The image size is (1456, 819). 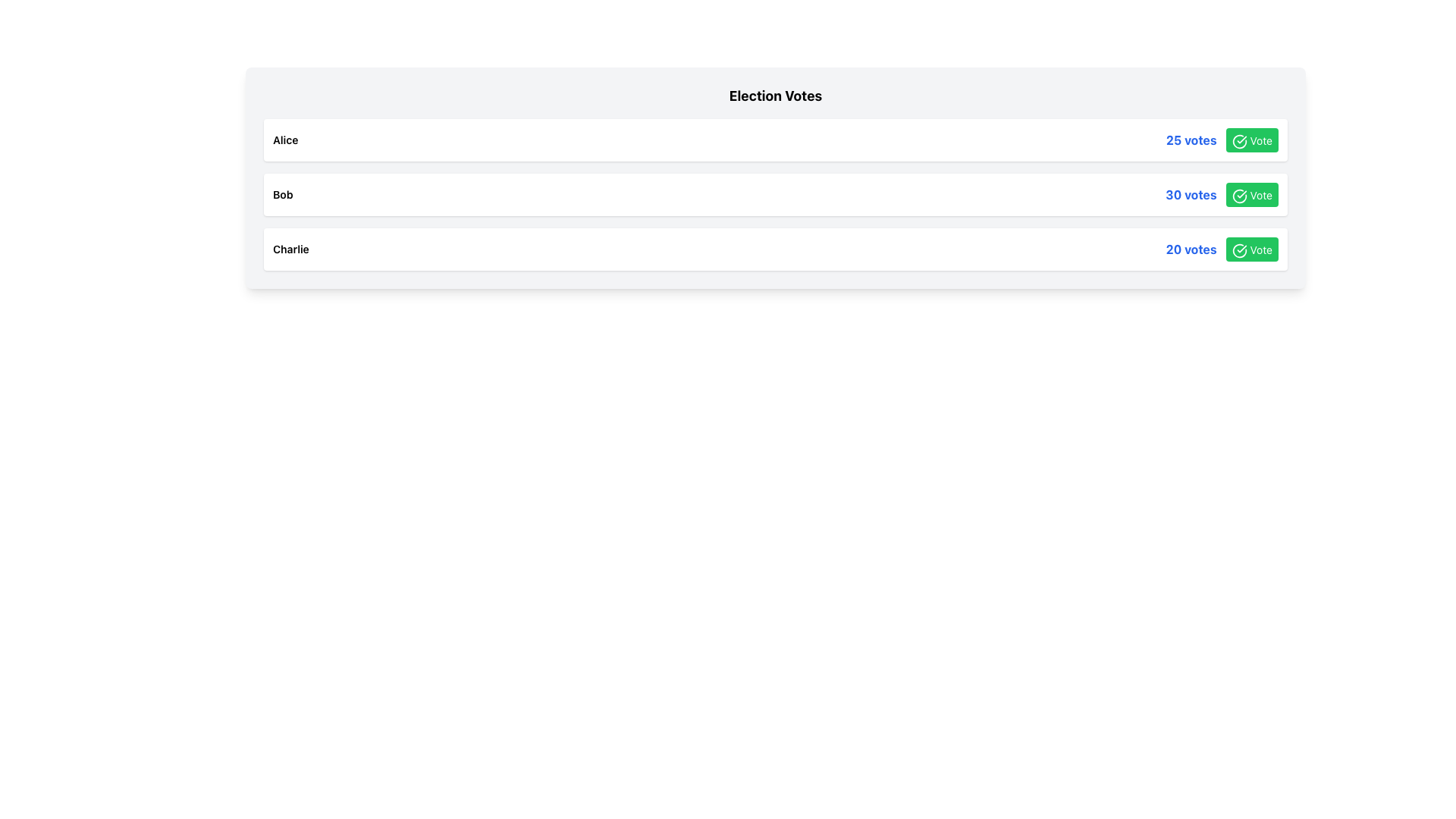 I want to click on the text label within the green button that prompts the user to consider voting for the associated row item, located on the far right side of the topmost row, aligned with the '25 votes' text, so click(x=1261, y=140).